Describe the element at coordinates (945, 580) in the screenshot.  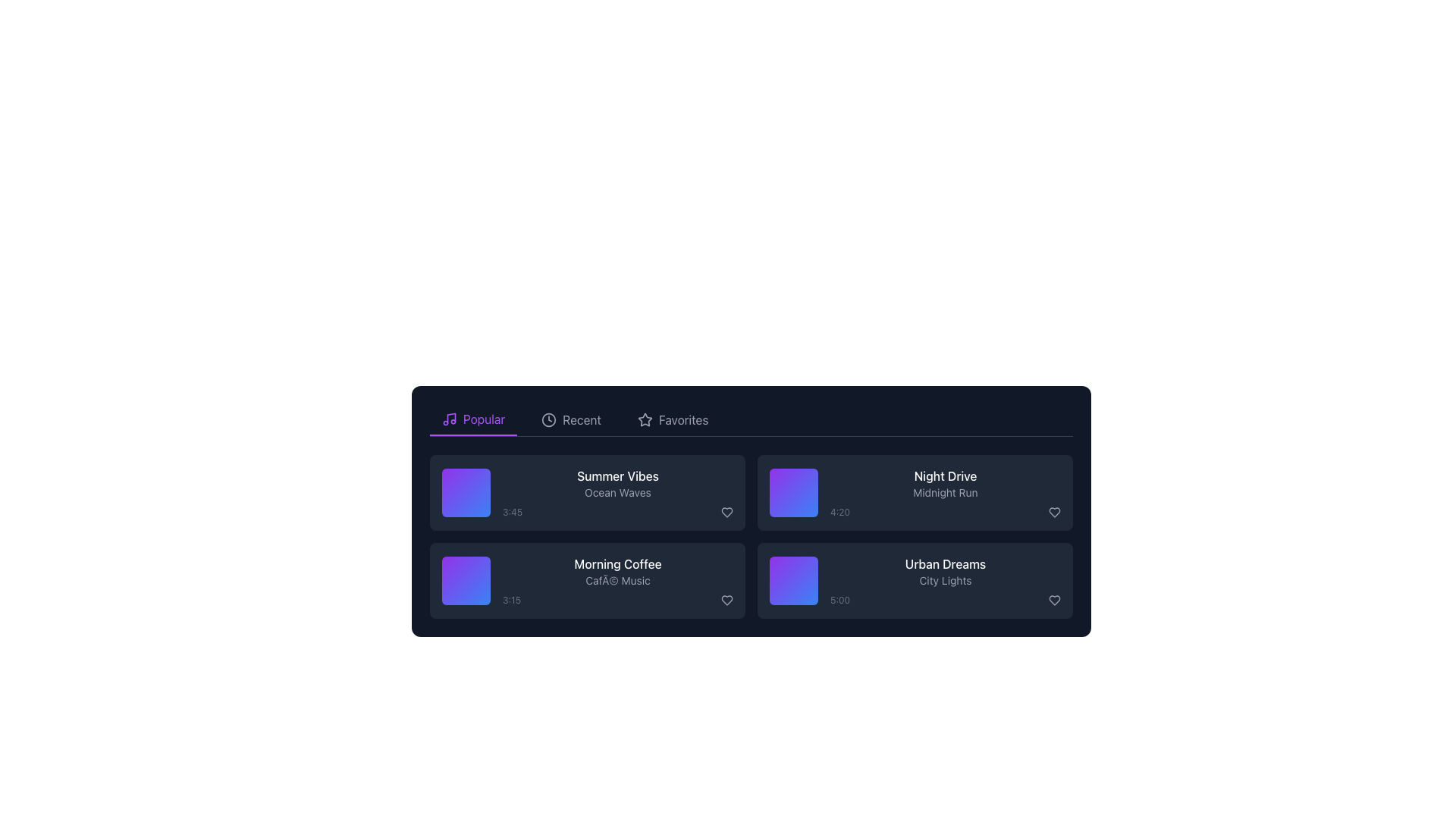
I see `the text label displaying 'City Lights', which is styled in small gray font and positioned within a dark-themed card, located below the title 'Urban Dreams' and above the duration '5:00'` at that location.